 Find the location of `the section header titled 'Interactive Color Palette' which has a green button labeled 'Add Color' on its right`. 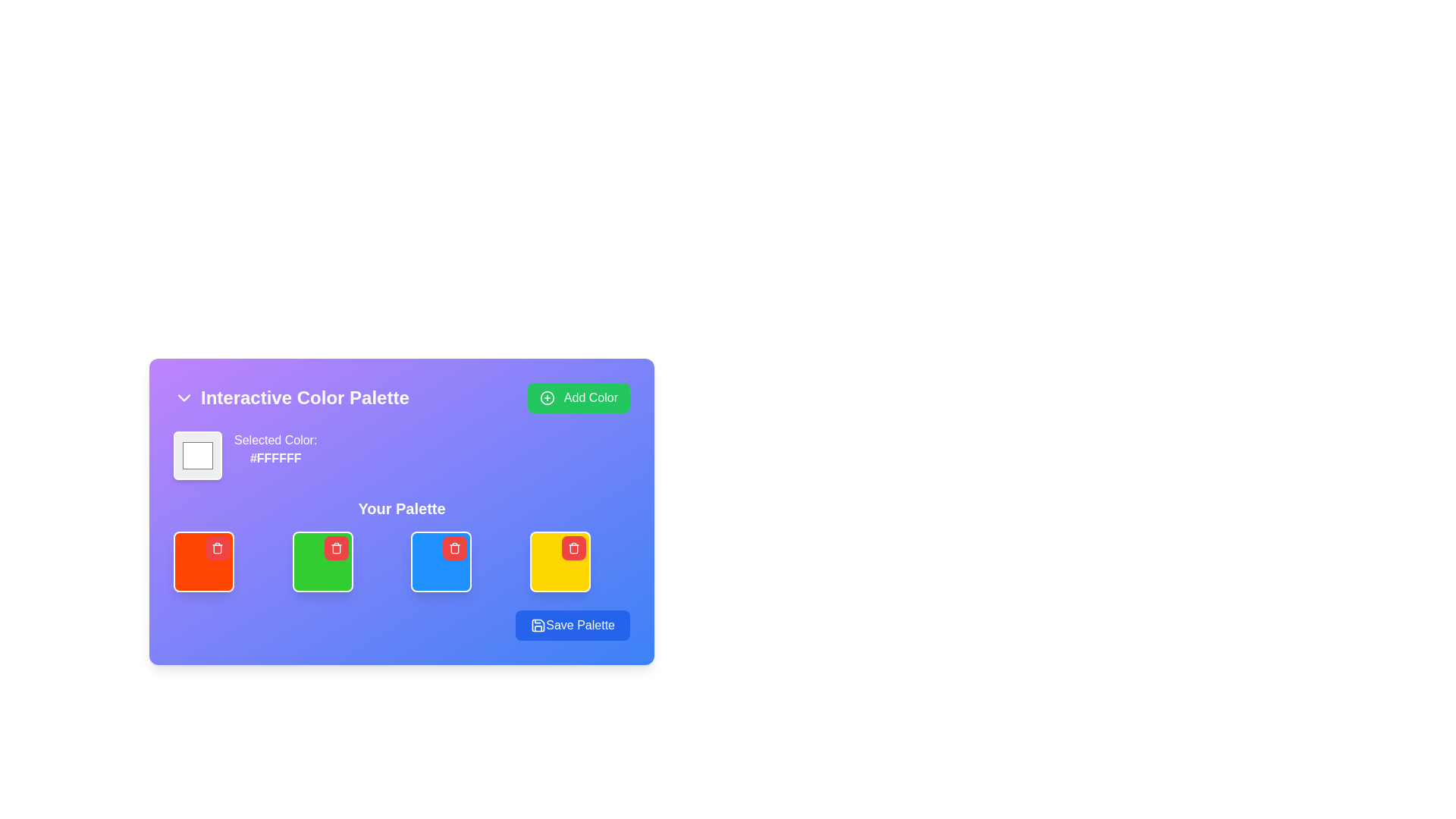

the section header titled 'Interactive Color Palette' which has a green button labeled 'Add Color' on its right is located at coordinates (401, 397).